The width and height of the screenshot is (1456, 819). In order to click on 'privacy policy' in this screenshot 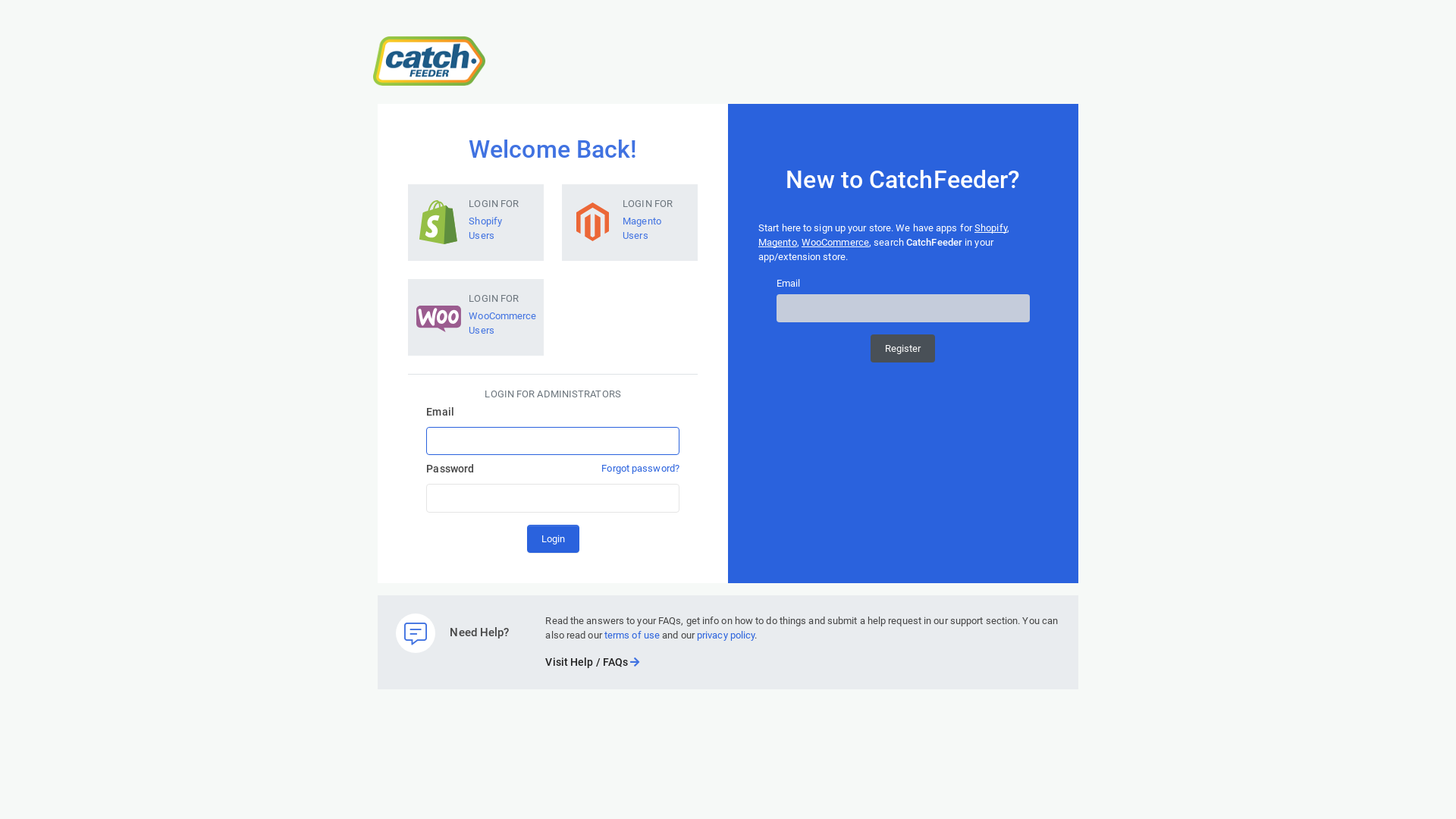, I will do `click(695, 635)`.